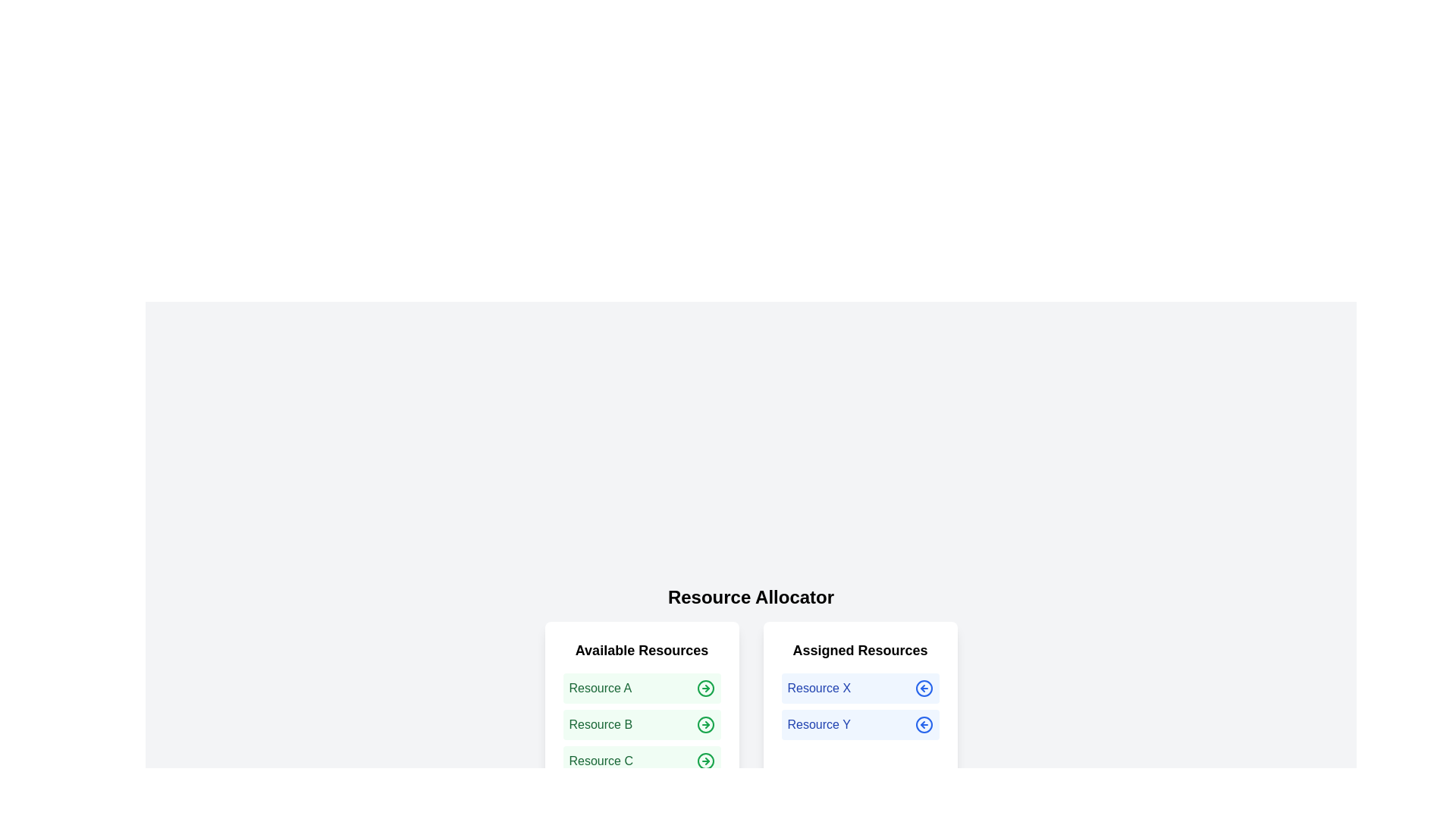 The width and height of the screenshot is (1456, 819). Describe the element at coordinates (704, 688) in the screenshot. I see `arrow icon next to the resource Resource A in the 'Available Resources' list to allocate it` at that location.